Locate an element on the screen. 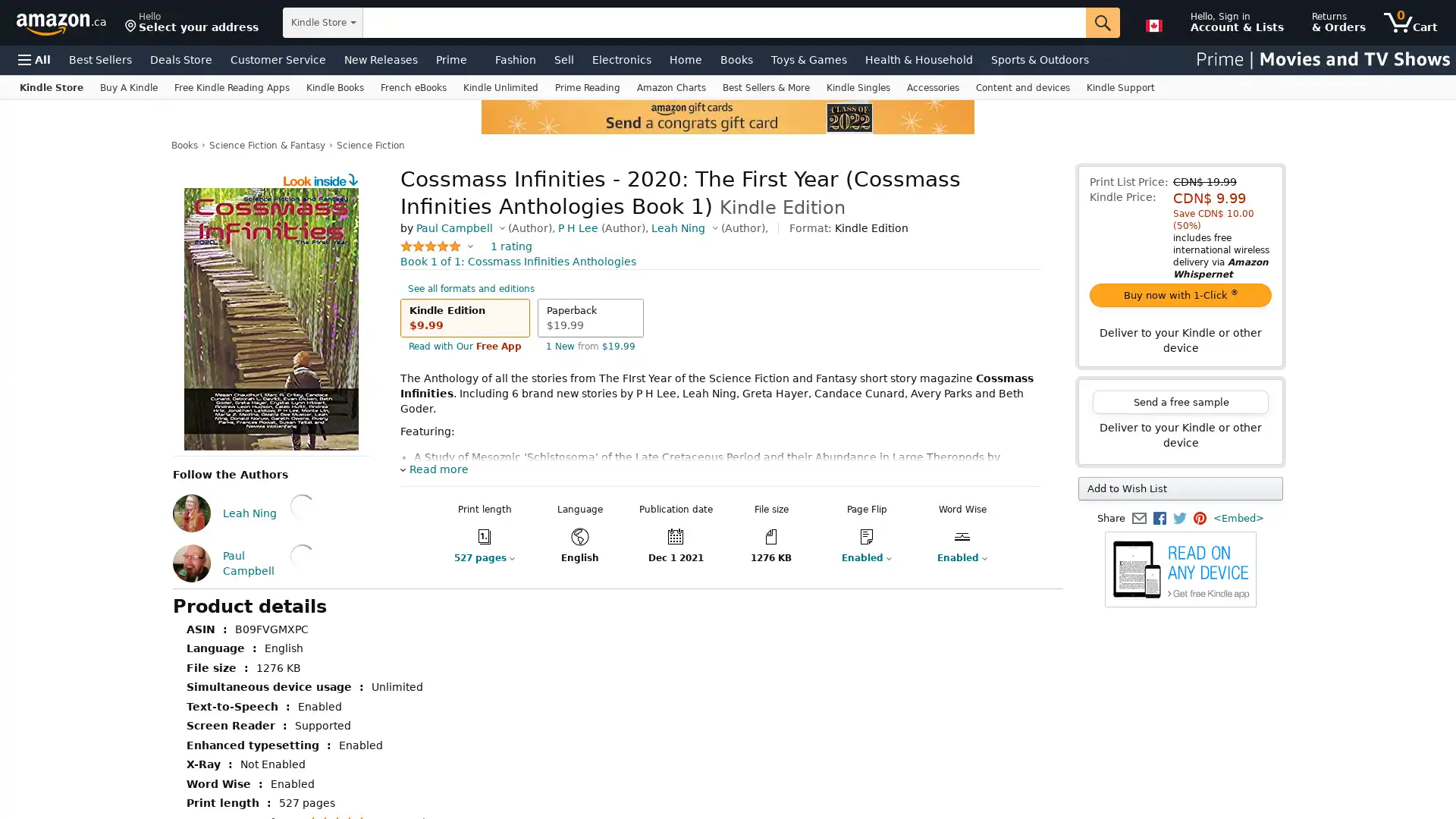  527 pages is located at coordinates (471, 573).